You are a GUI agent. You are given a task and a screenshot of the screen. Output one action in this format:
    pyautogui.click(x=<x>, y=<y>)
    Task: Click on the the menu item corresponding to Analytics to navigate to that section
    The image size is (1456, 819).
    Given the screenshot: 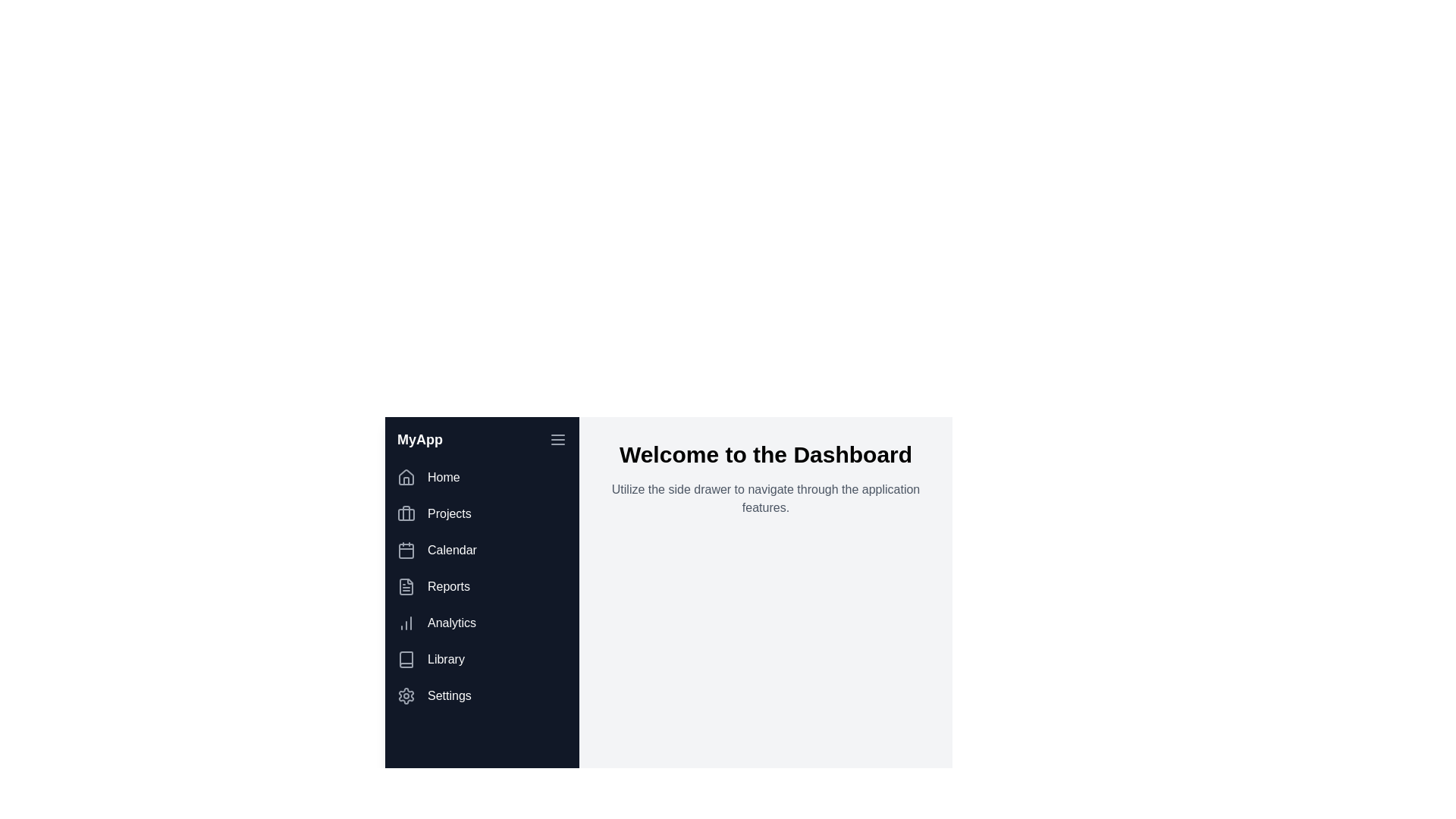 What is the action you would take?
    pyautogui.click(x=481, y=623)
    